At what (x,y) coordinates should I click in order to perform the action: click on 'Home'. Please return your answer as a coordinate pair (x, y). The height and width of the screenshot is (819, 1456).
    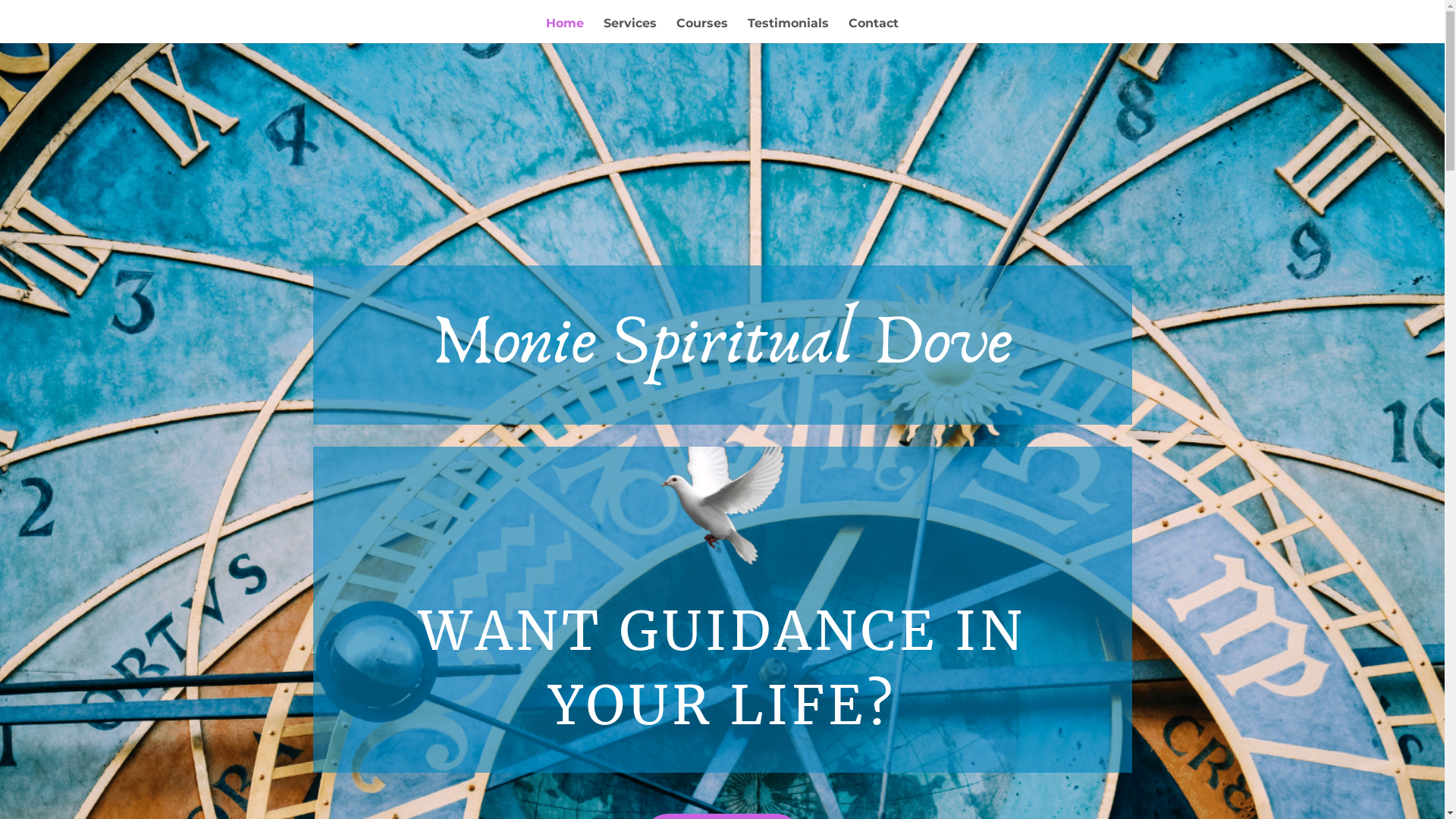
    Looking at the image, I should click on (563, 30).